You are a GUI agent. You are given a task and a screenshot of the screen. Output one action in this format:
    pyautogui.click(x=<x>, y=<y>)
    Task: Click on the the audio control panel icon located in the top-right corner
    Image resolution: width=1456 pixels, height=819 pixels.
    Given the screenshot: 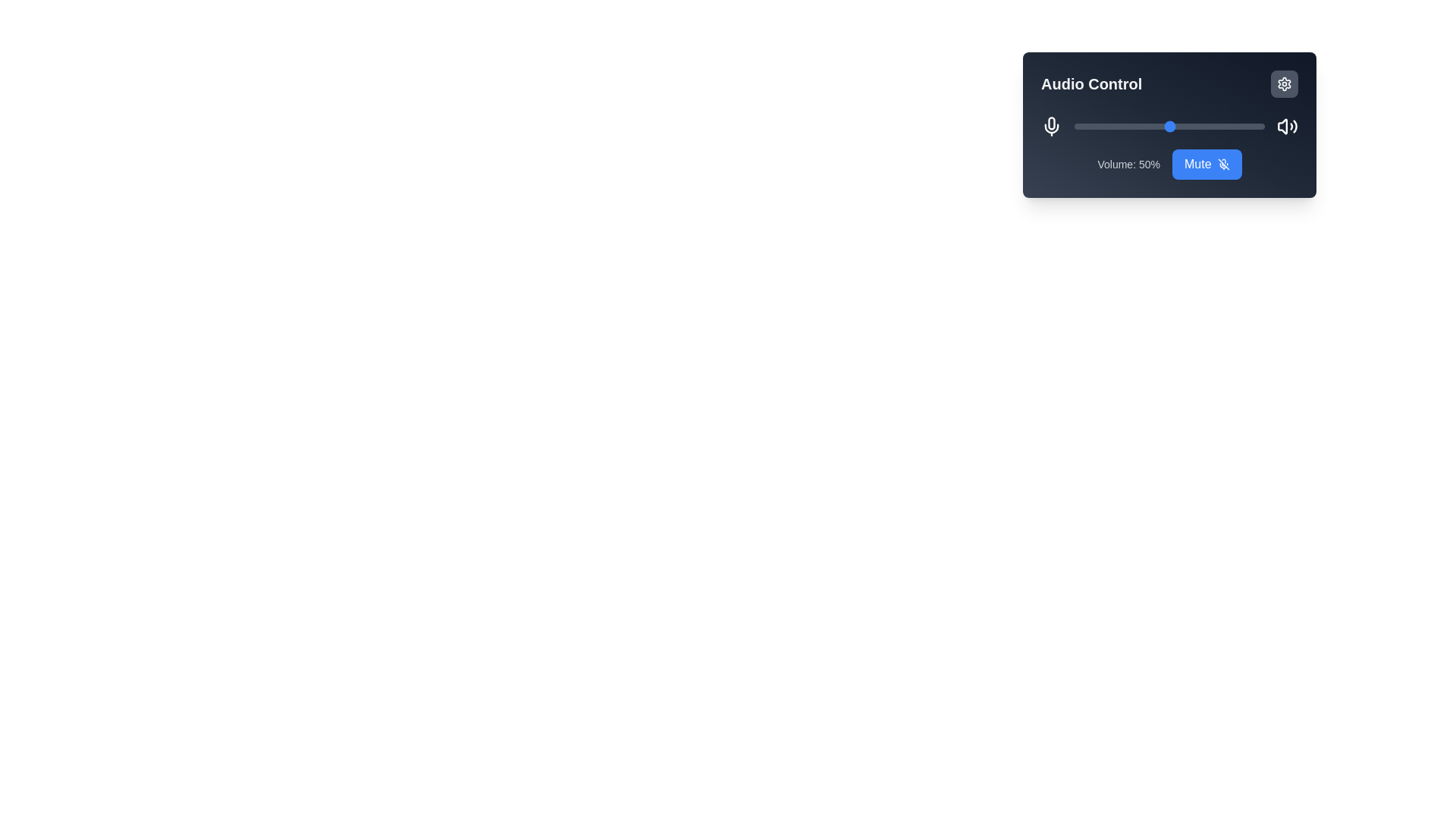 What is the action you would take?
    pyautogui.click(x=1284, y=84)
    